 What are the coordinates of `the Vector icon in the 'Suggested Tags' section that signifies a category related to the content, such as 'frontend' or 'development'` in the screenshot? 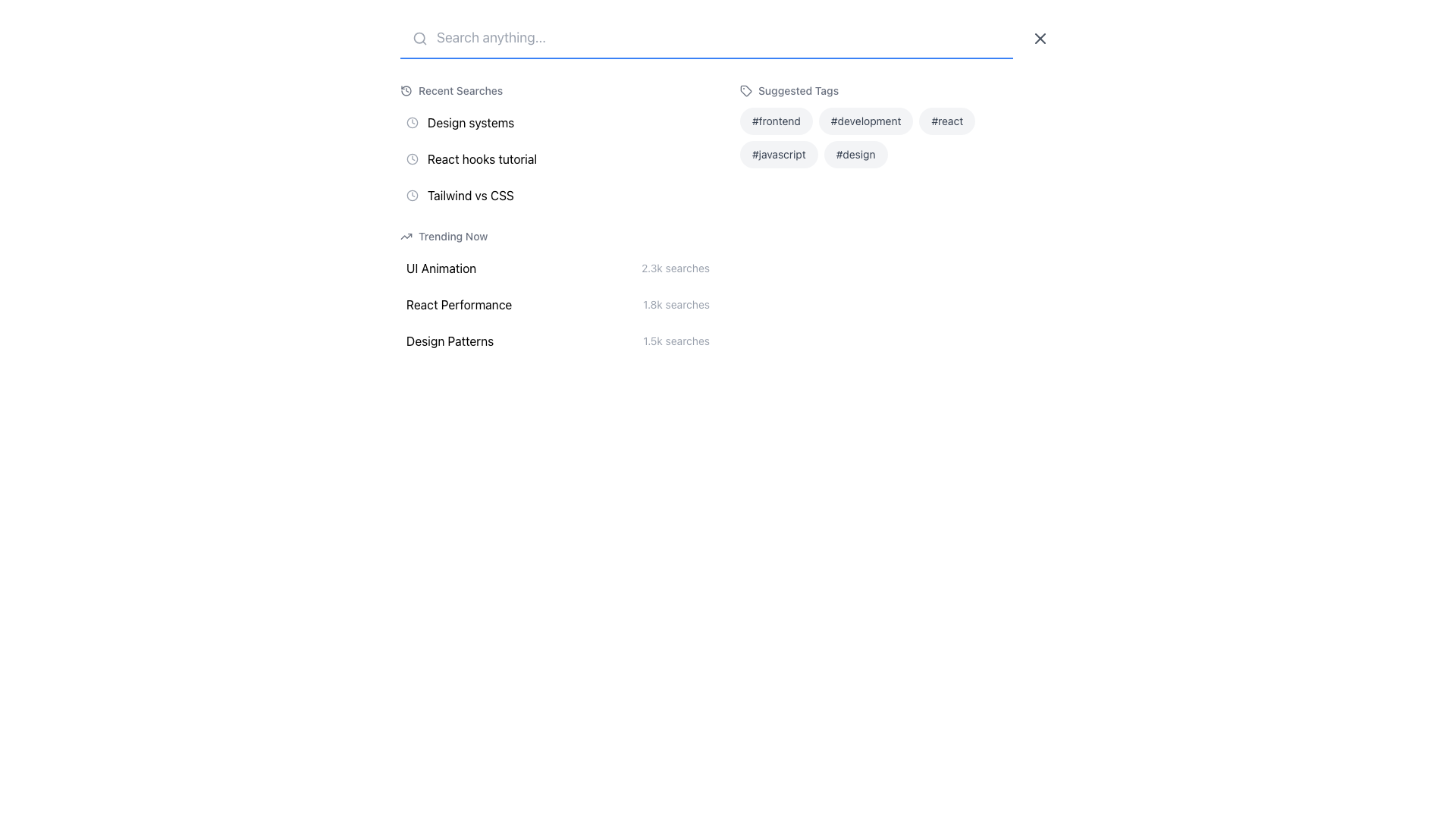 It's located at (745, 90).